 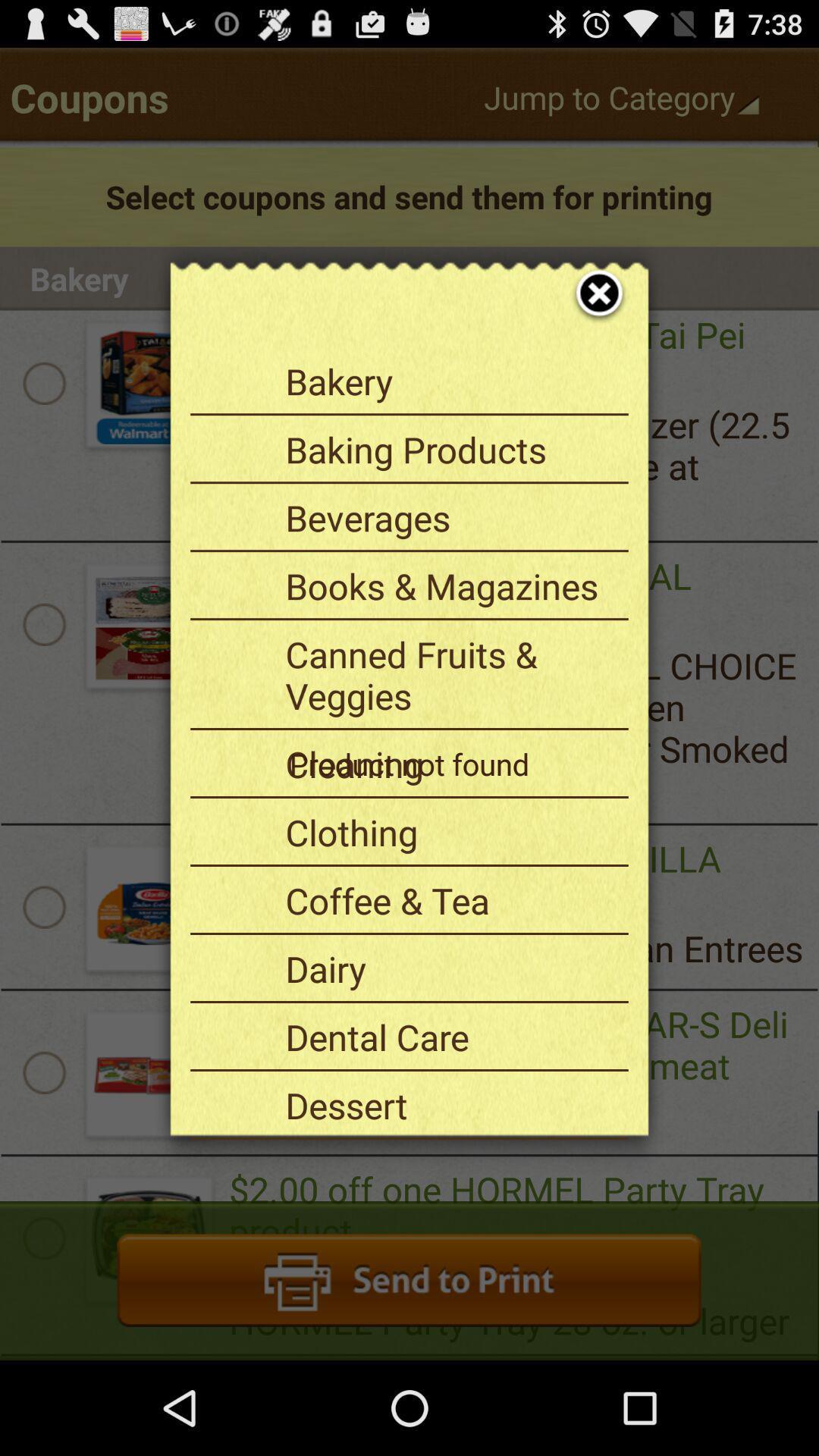 What do you see at coordinates (450, 968) in the screenshot?
I see `the item above dental care app` at bounding box center [450, 968].